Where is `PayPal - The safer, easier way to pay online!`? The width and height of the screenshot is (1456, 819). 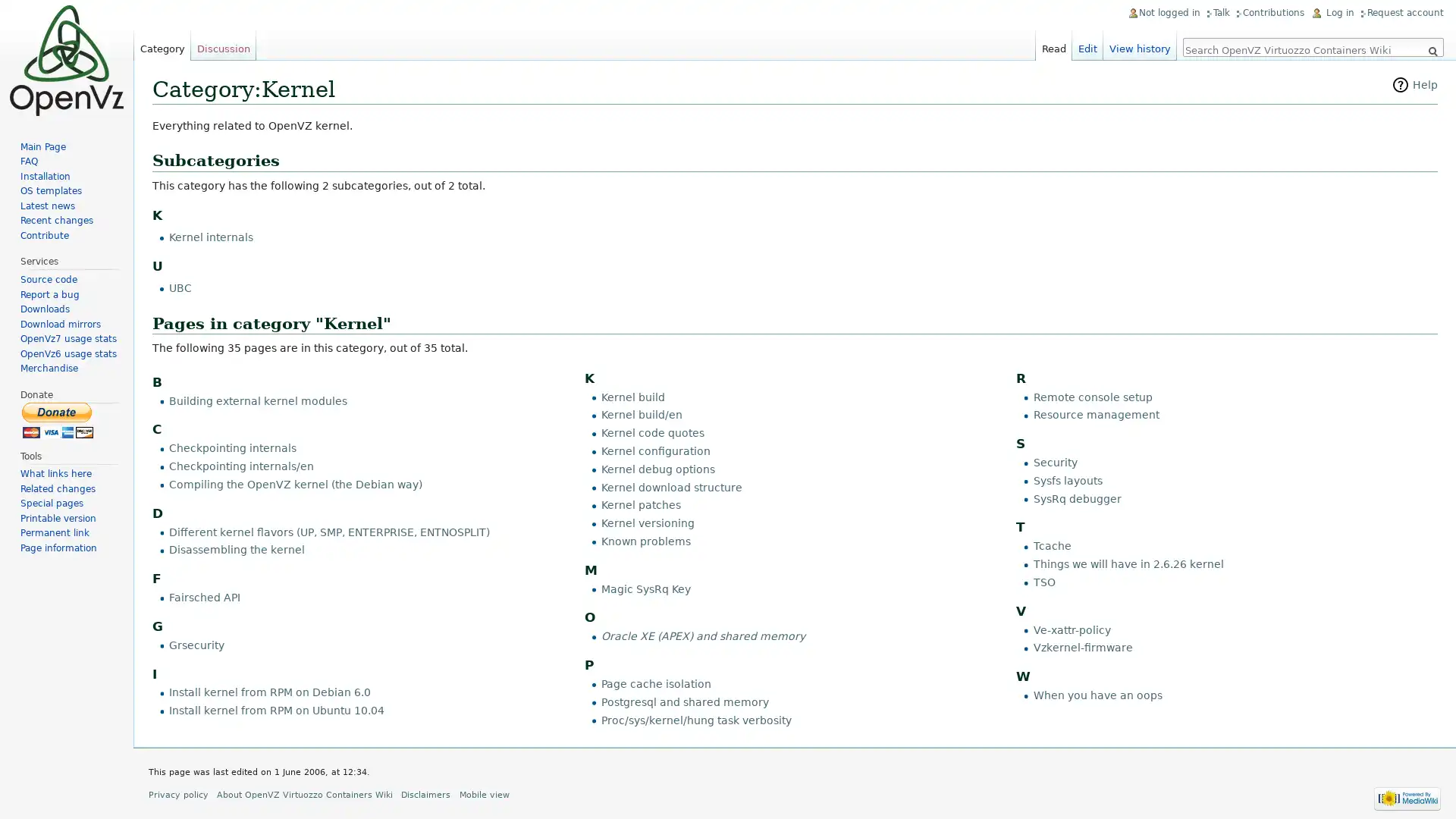 PayPal - The safer, easier way to pay online! is located at coordinates (58, 419).